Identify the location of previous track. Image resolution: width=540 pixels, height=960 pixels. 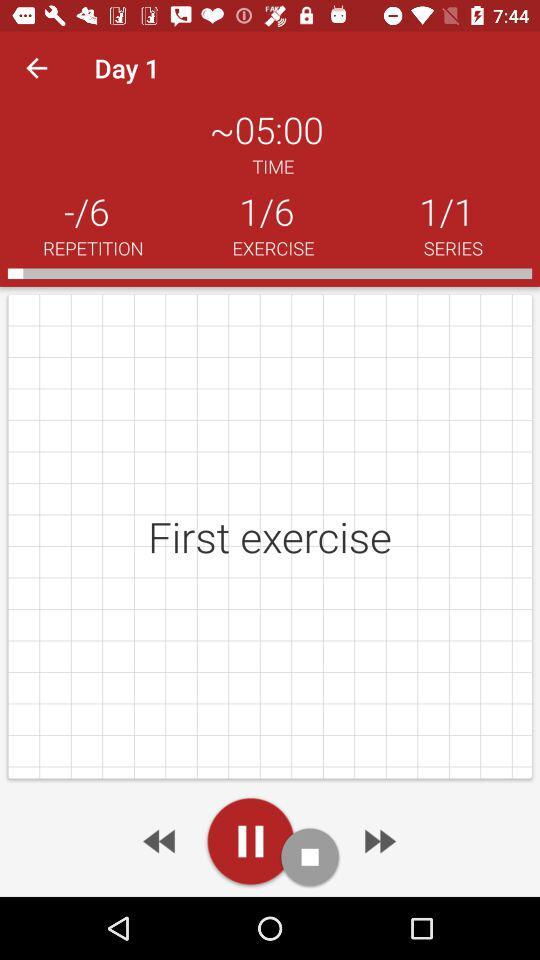
(160, 840).